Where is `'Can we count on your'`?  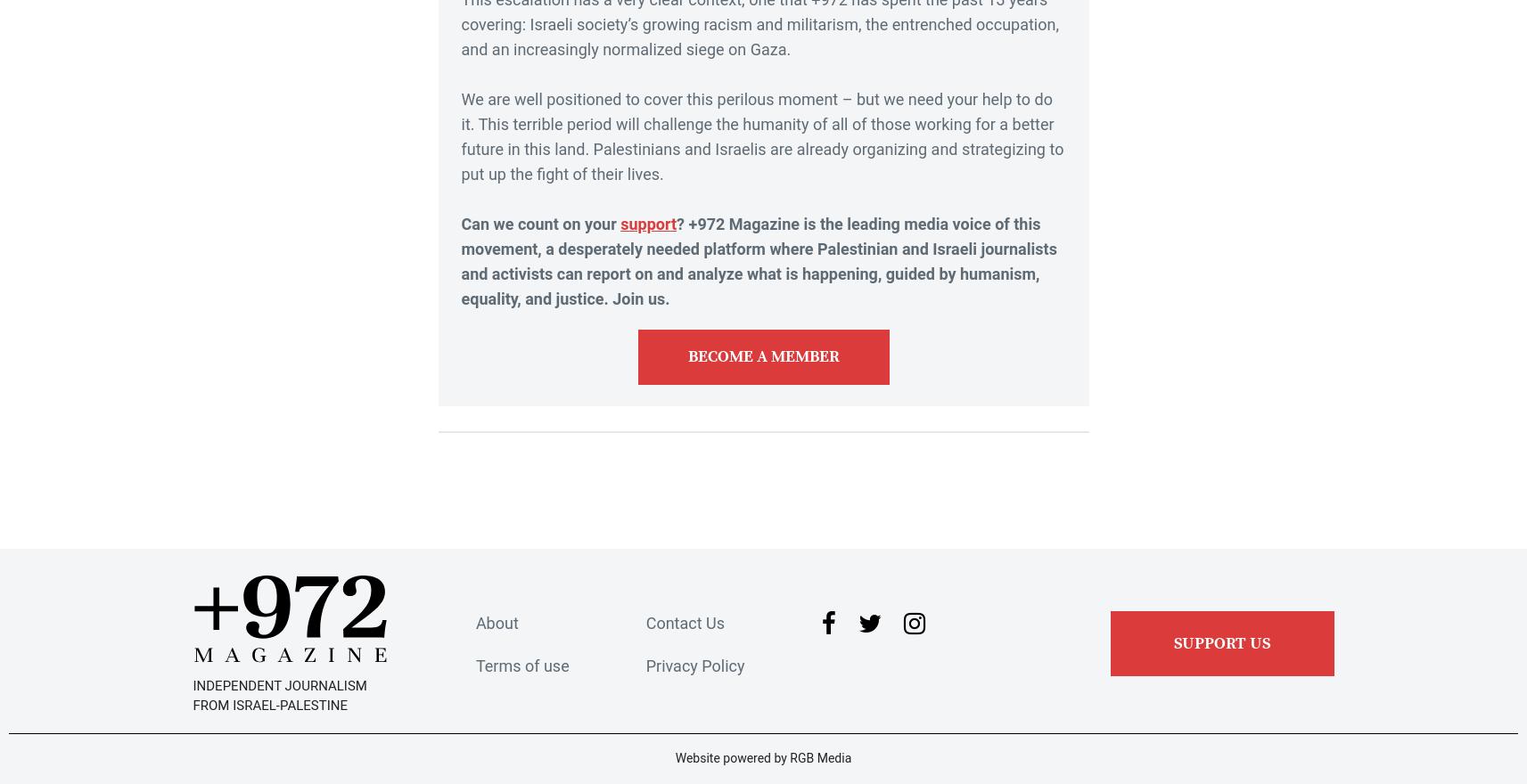
'Can we count on your' is located at coordinates (540, 222).